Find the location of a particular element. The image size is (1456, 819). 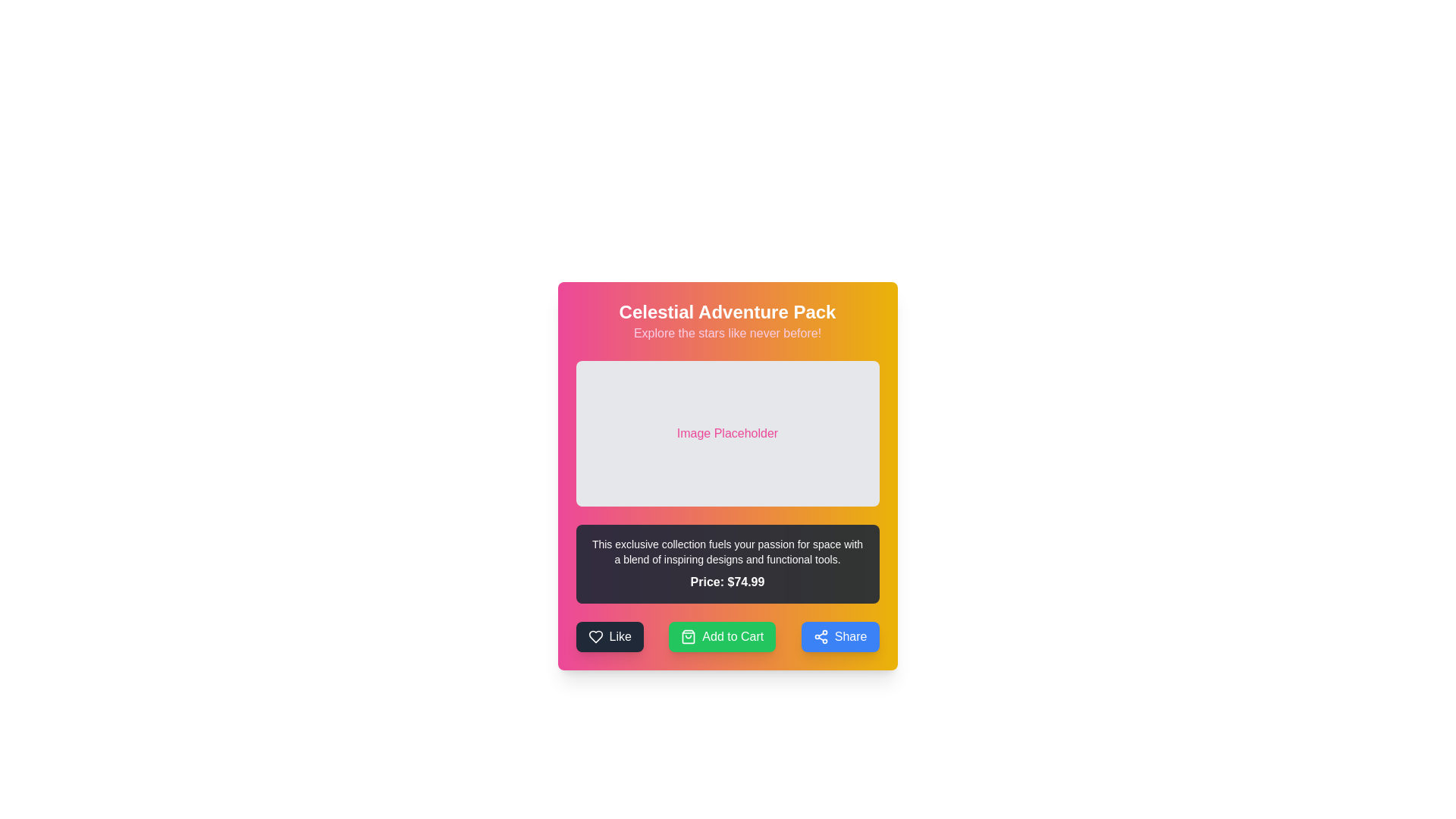

the 'like' icon located is located at coordinates (595, 637).